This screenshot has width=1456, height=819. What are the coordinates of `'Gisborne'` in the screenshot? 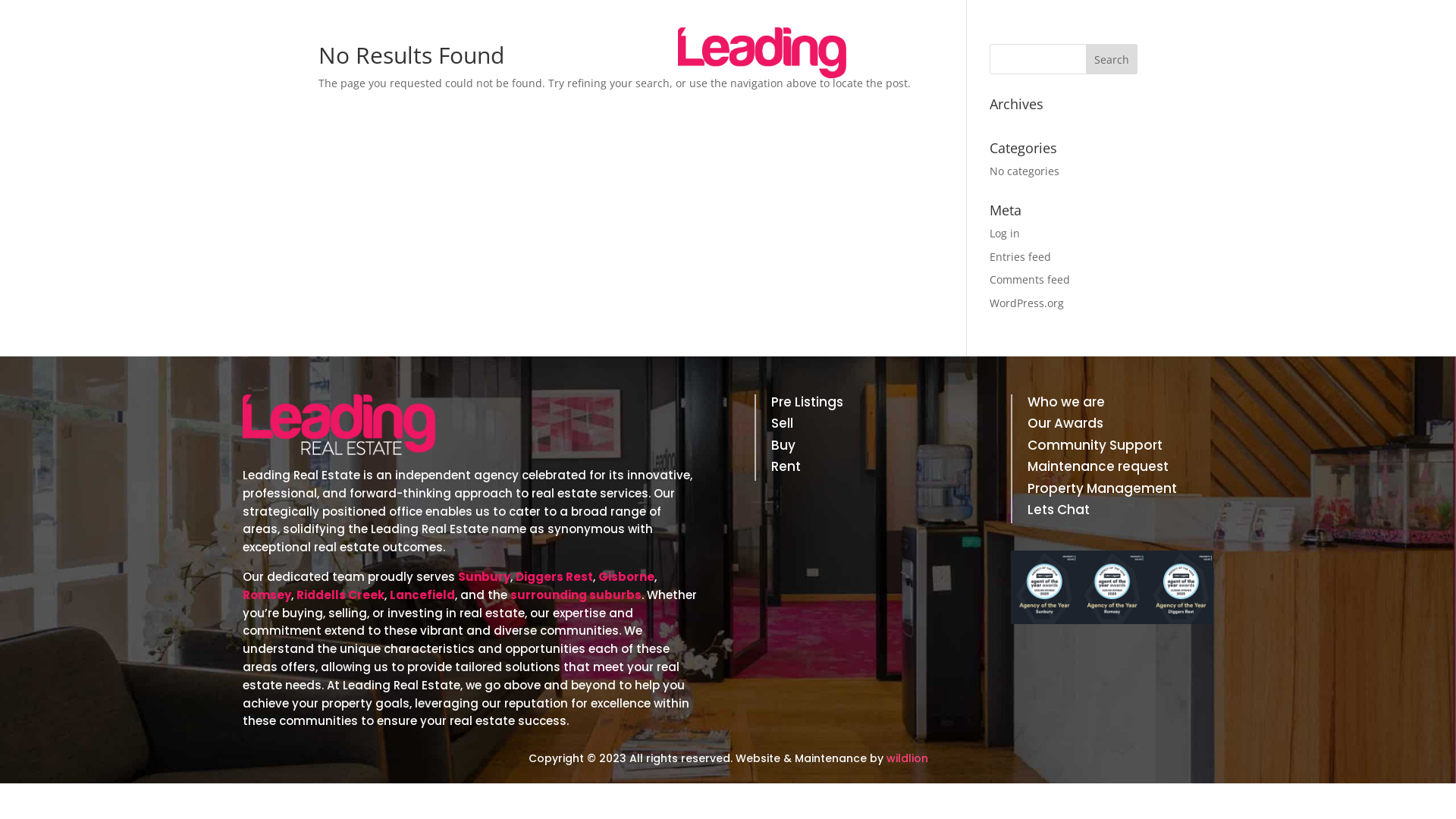 It's located at (626, 576).